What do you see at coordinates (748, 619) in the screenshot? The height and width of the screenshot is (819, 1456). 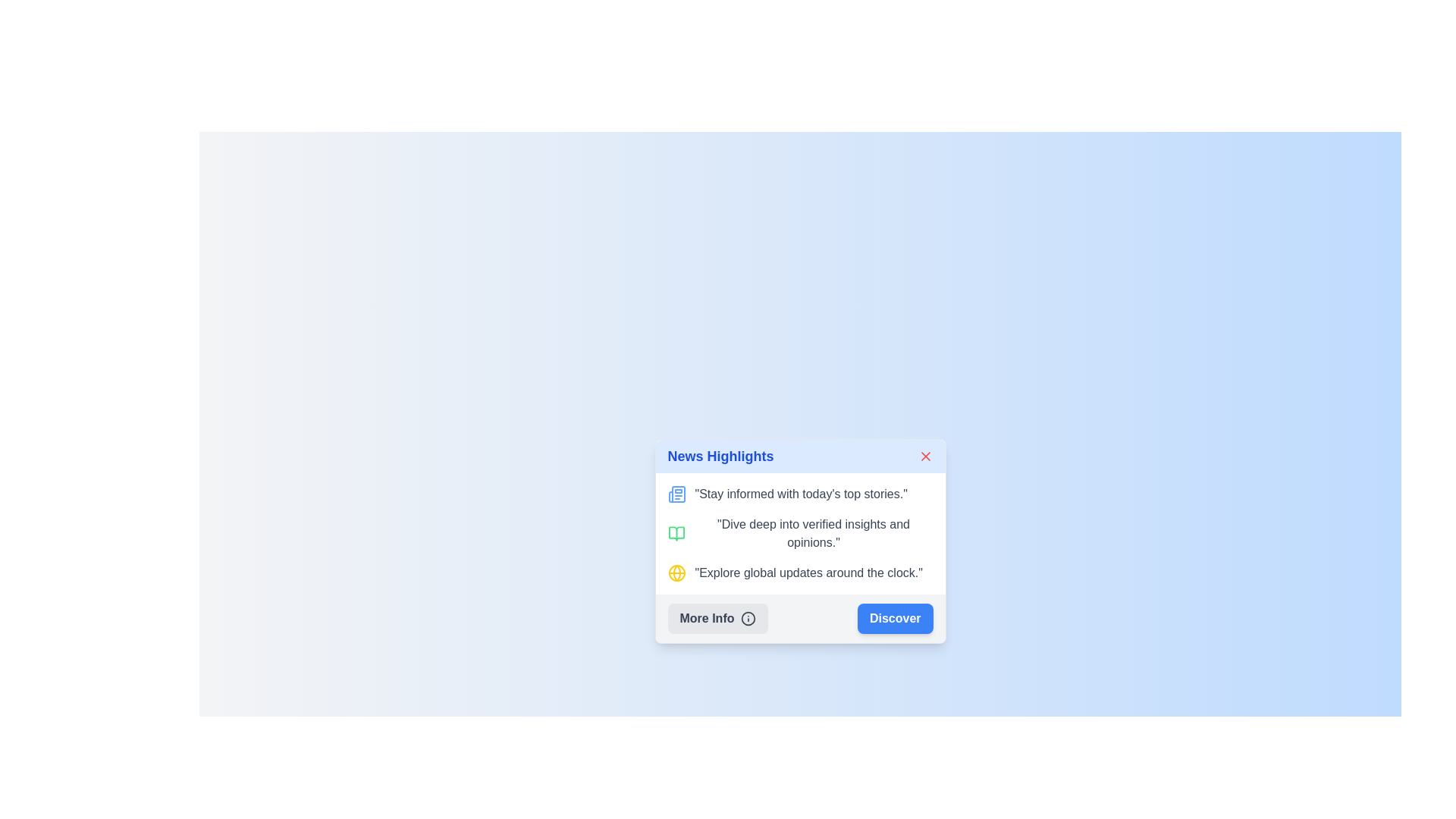 I see `the circular information icon featuring an 'i' symbol, which is part of the 'More Info' button in the 'News Highlights' popup panel` at bounding box center [748, 619].